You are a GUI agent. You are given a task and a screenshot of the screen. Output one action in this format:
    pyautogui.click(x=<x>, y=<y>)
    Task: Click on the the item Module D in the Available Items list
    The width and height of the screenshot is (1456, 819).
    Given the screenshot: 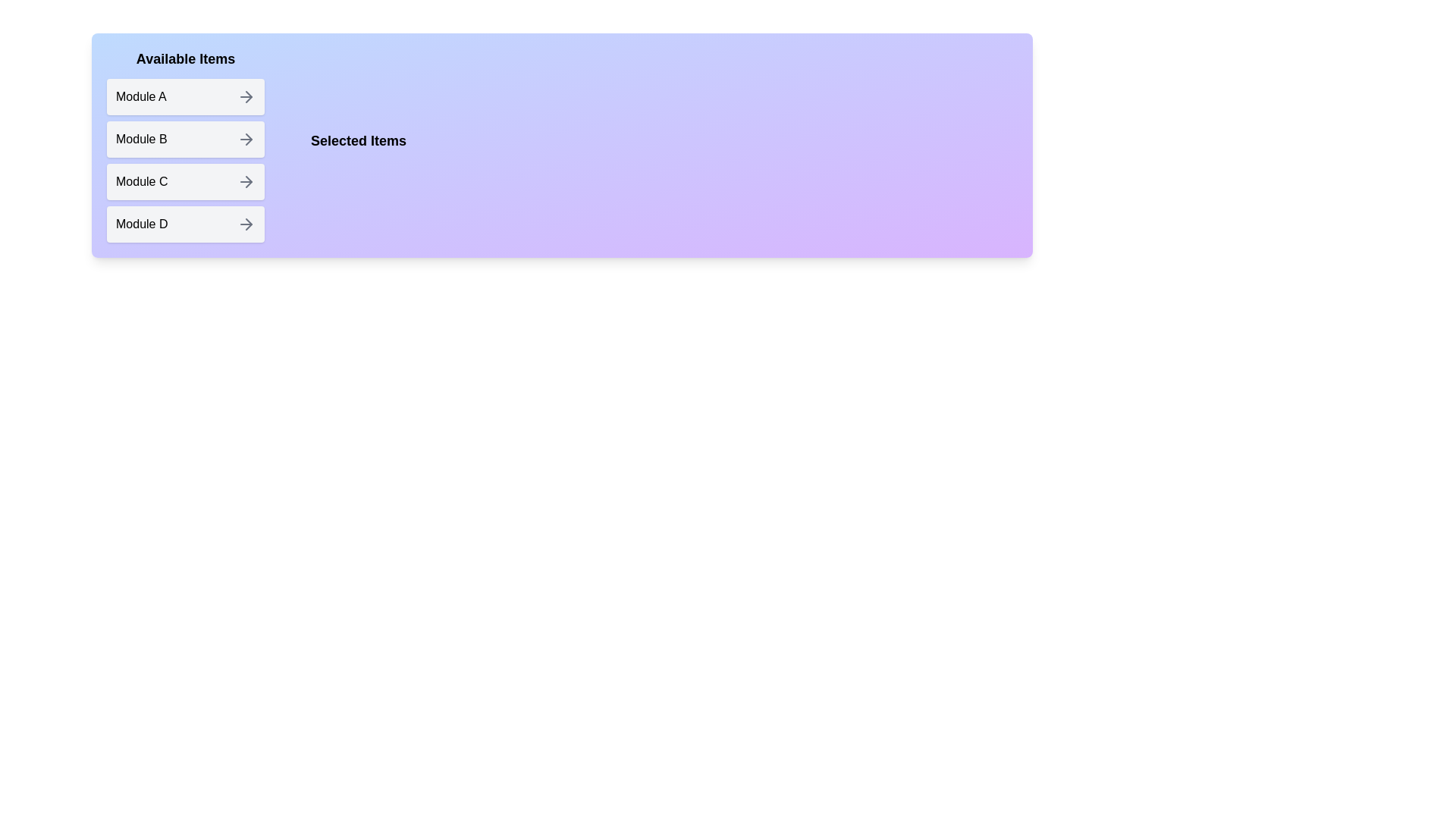 What is the action you would take?
    pyautogui.click(x=184, y=224)
    